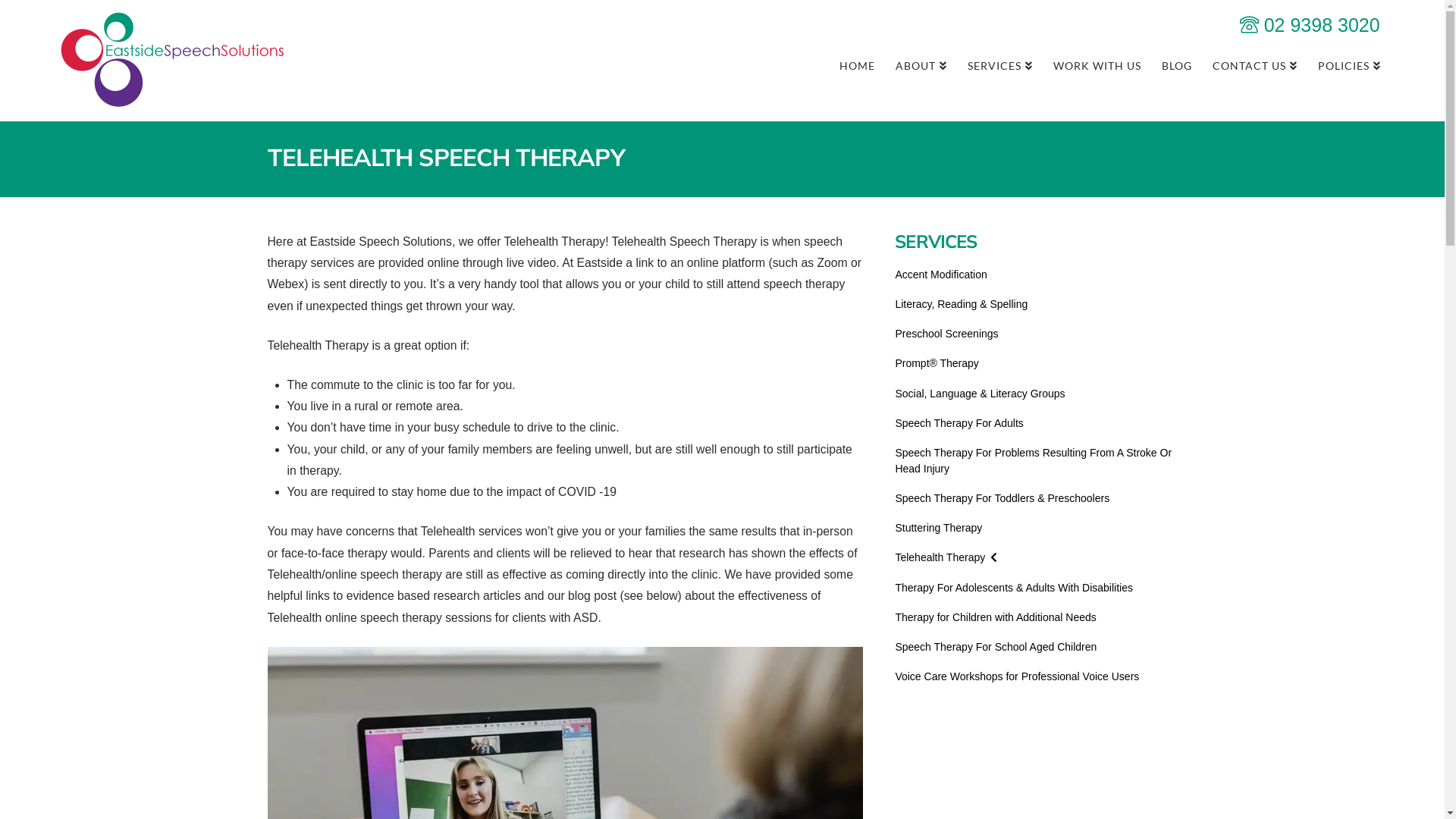 The width and height of the screenshot is (1456, 819). What do you see at coordinates (945, 557) in the screenshot?
I see `'Telehealth Therapy'` at bounding box center [945, 557].